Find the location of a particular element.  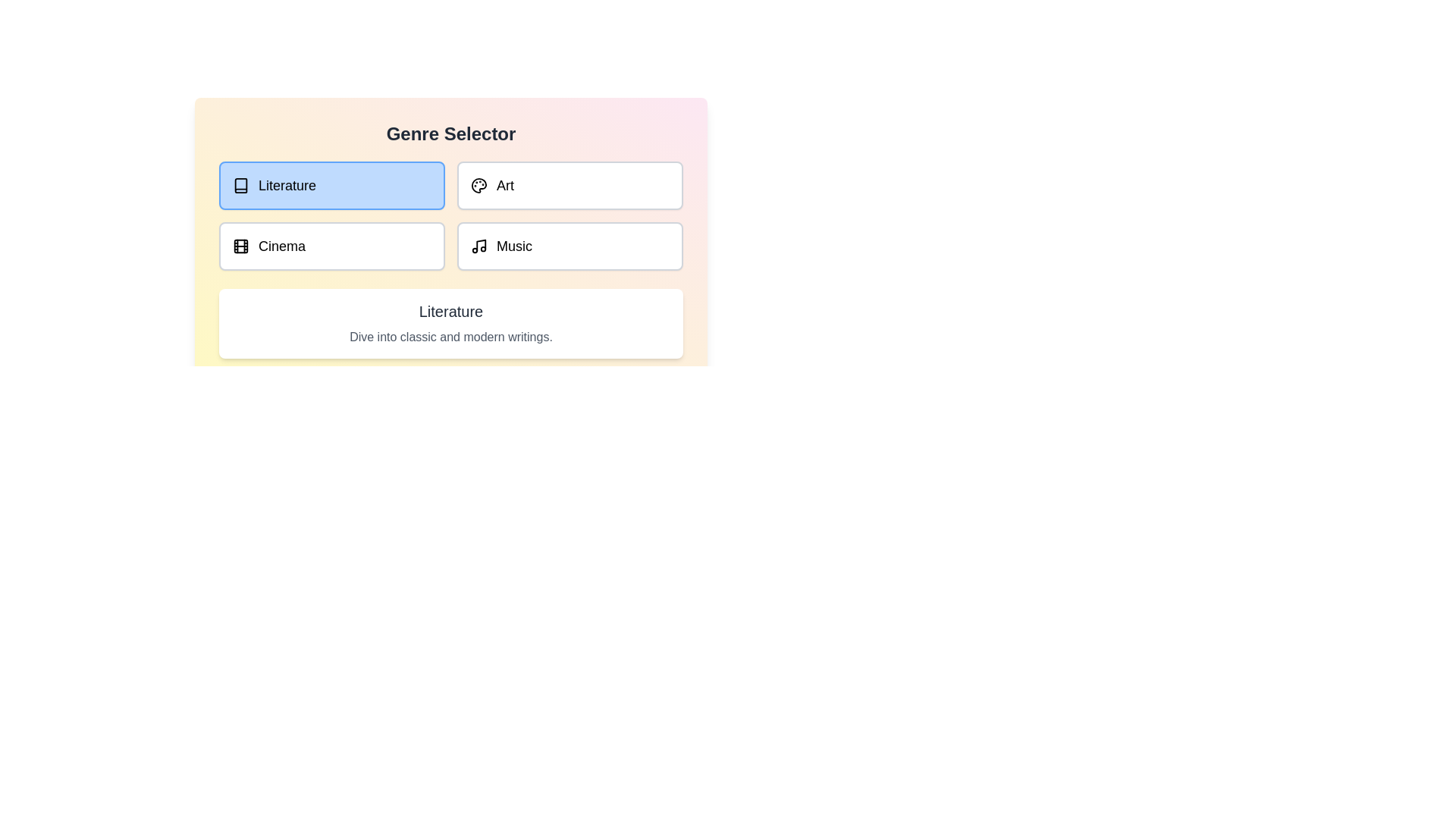

the literature icon located within the left portion of the 'Literature' button, which is part of a genre selection grouping is located at coordinates (240, 185).